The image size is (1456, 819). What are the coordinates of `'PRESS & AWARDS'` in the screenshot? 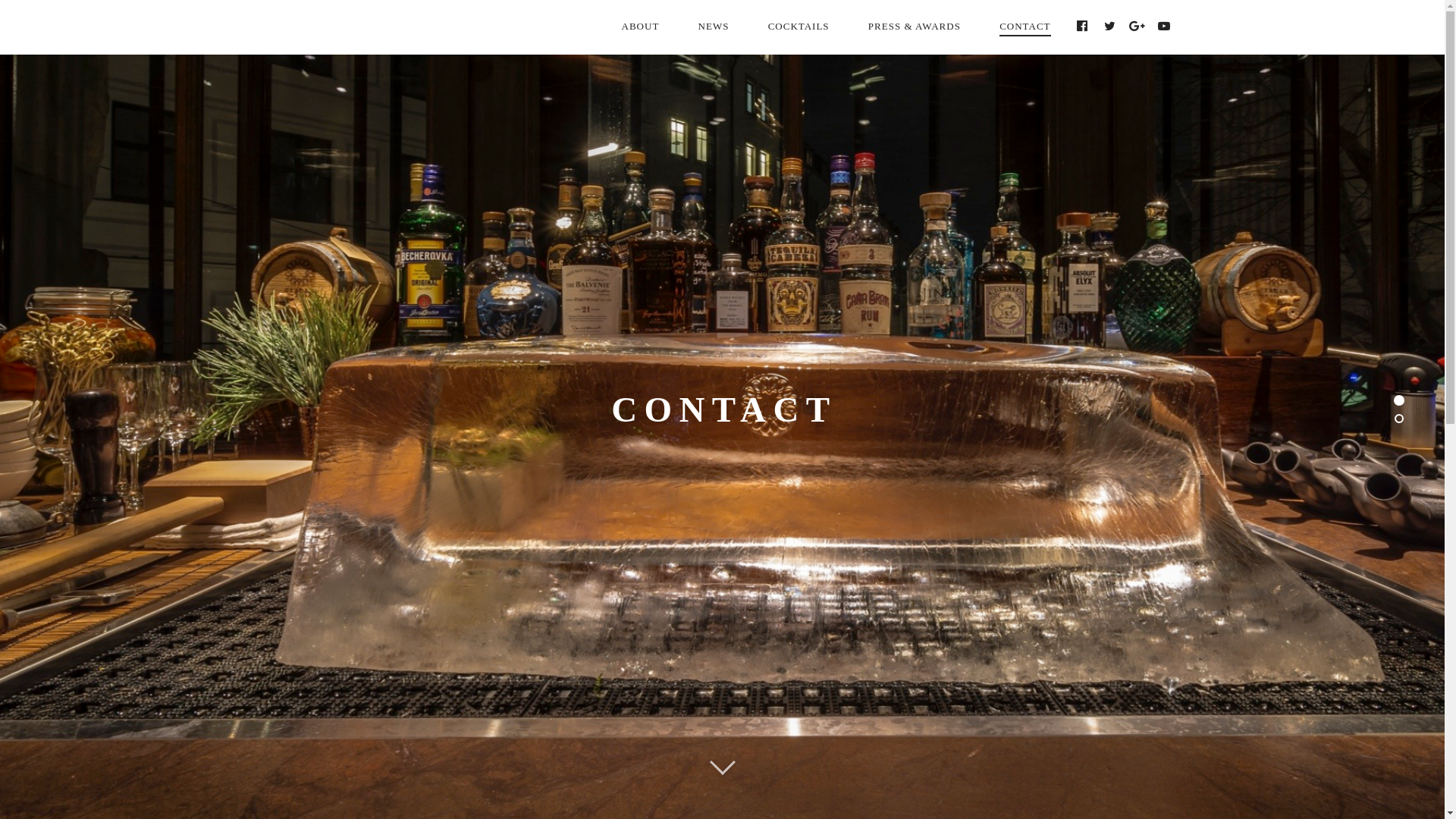 It's located at (913, 26).